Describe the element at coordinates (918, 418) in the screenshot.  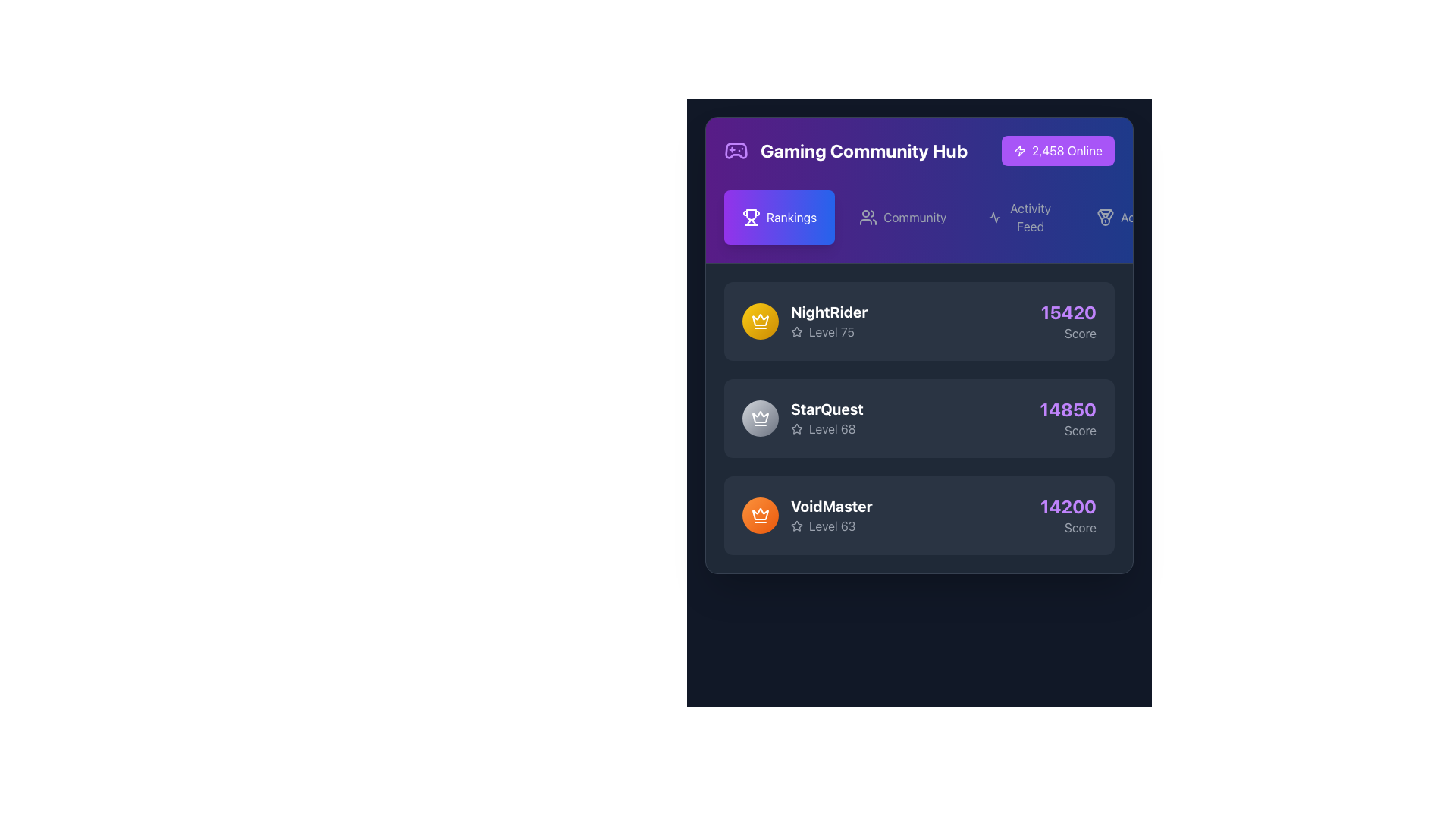
I see `the second entry in the leaderboard which displays 'StarQuest' with a score of '14850'` at that location.